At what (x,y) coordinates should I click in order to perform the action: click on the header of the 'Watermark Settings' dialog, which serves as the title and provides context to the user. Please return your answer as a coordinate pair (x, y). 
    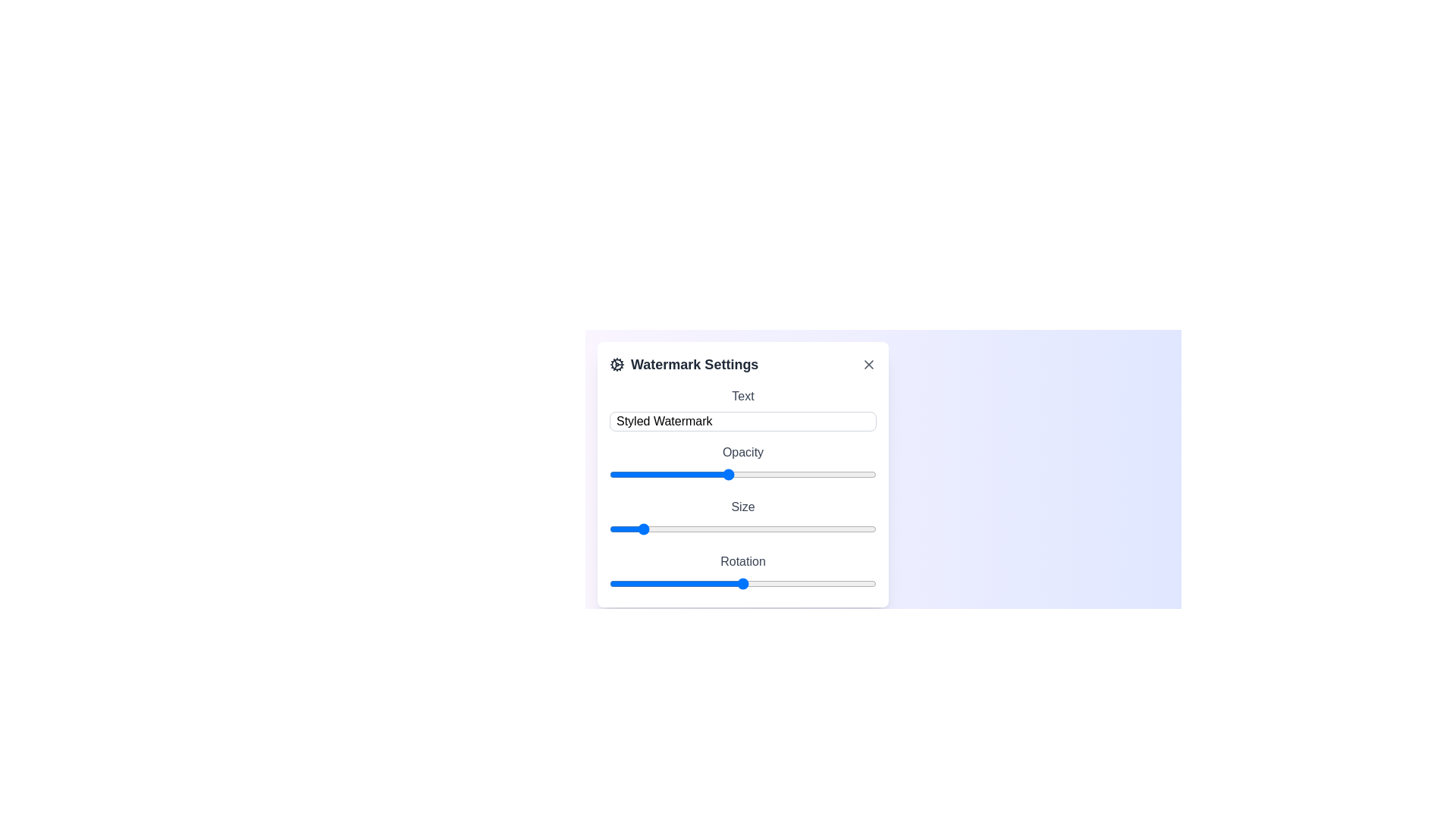
    Looking at the image, I should click on (742, 365).